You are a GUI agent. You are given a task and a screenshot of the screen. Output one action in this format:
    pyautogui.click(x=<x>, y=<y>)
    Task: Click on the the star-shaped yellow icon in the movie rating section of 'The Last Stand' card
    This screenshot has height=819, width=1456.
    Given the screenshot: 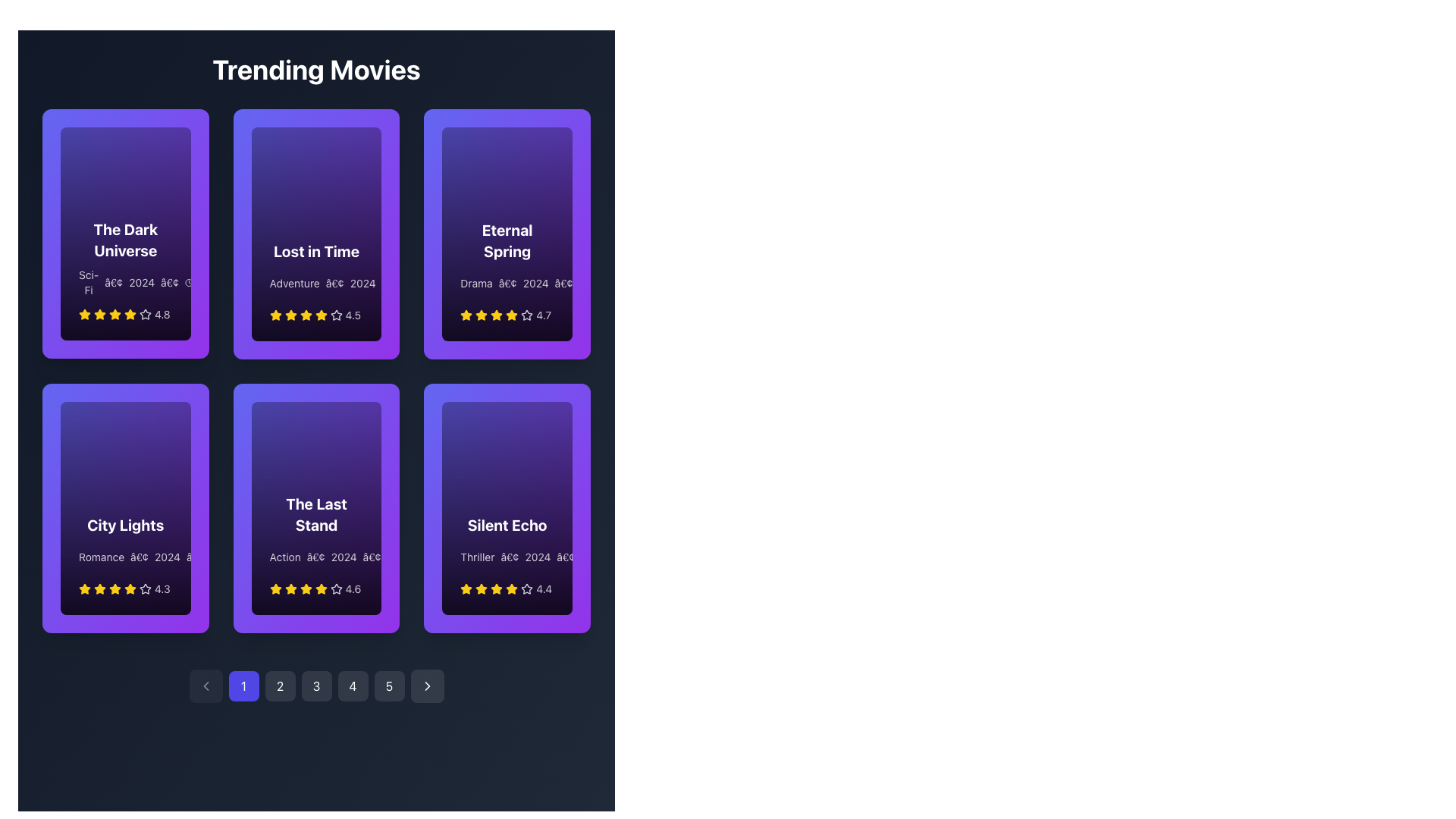 What is the action you would take?
    pyautogui.click(x=275, y=588)
    